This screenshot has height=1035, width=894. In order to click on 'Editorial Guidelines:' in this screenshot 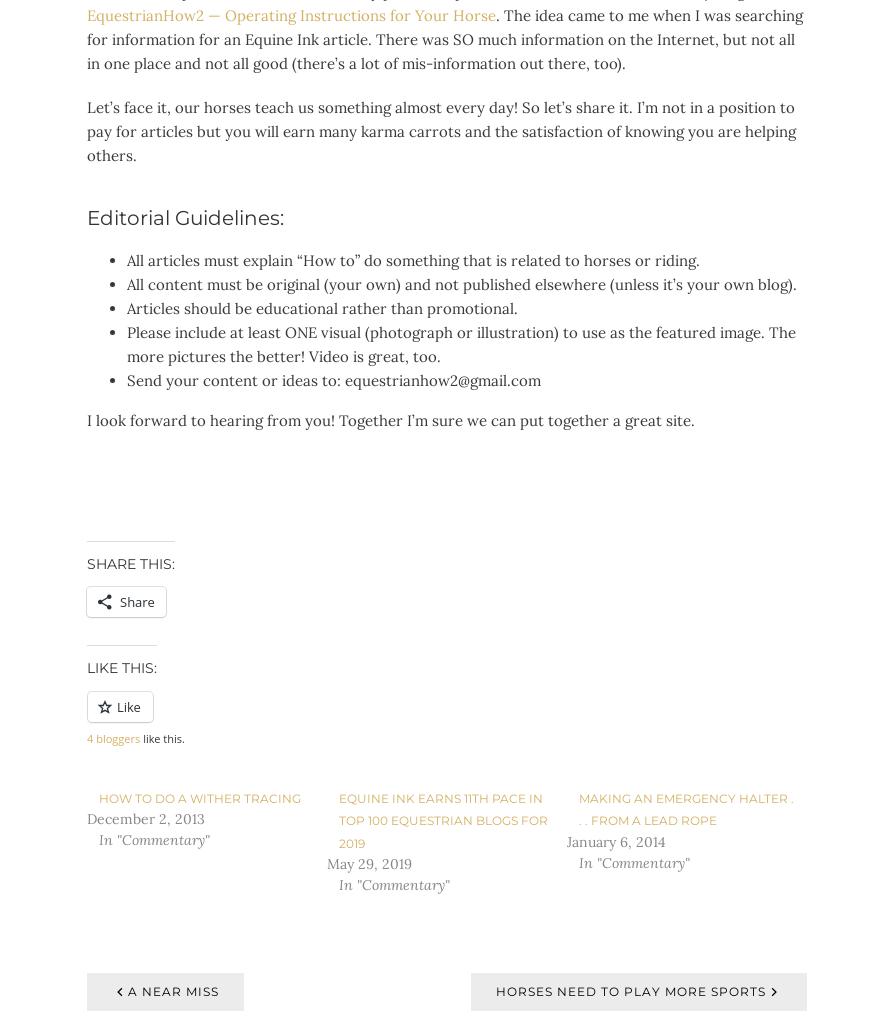, I will do `click(185, 217)`.